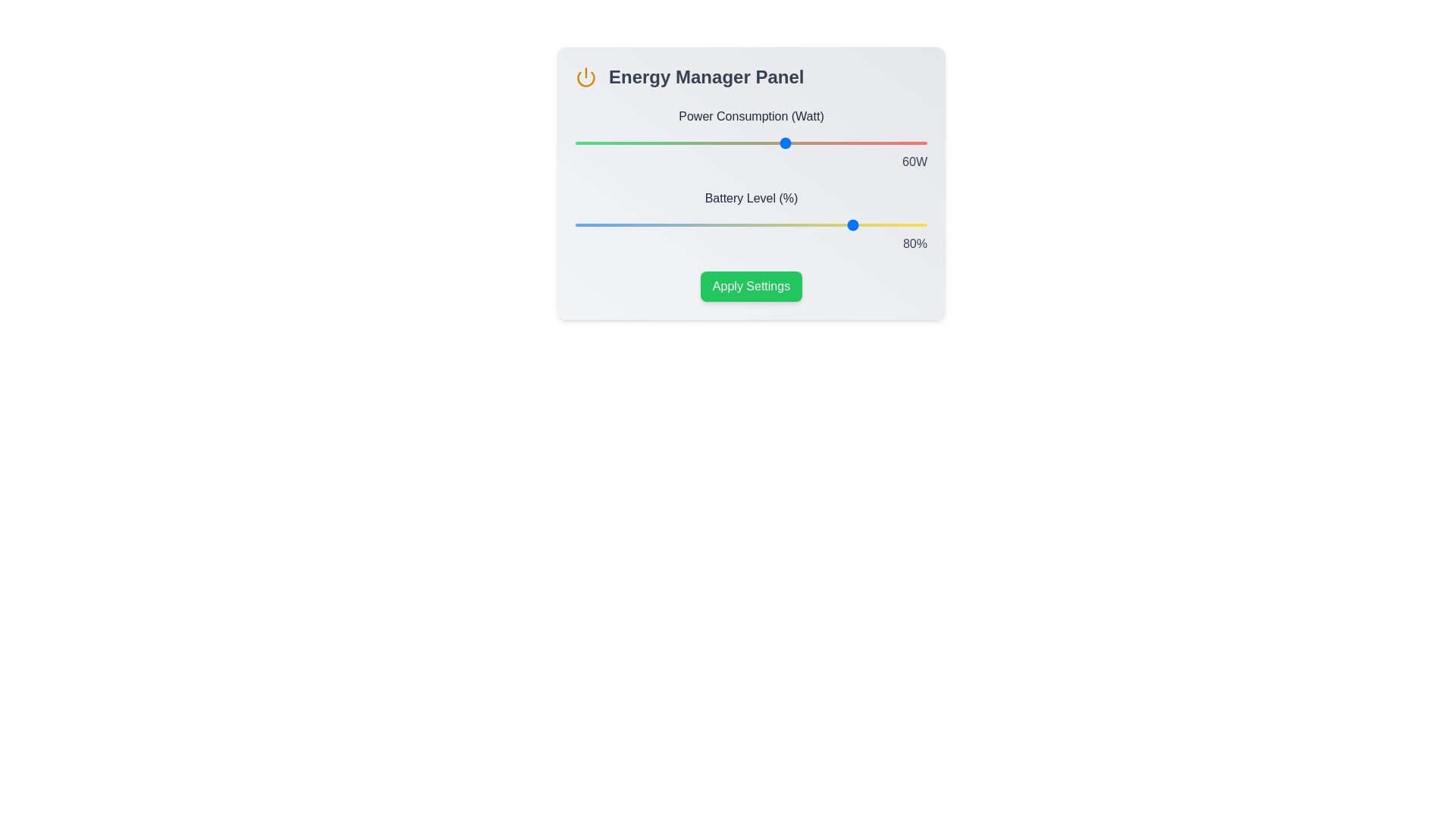  What do you see at coordinates (755, 225) in the screenshot?
I see `the battery level slider to 51%` at bounding box center [755, 225].